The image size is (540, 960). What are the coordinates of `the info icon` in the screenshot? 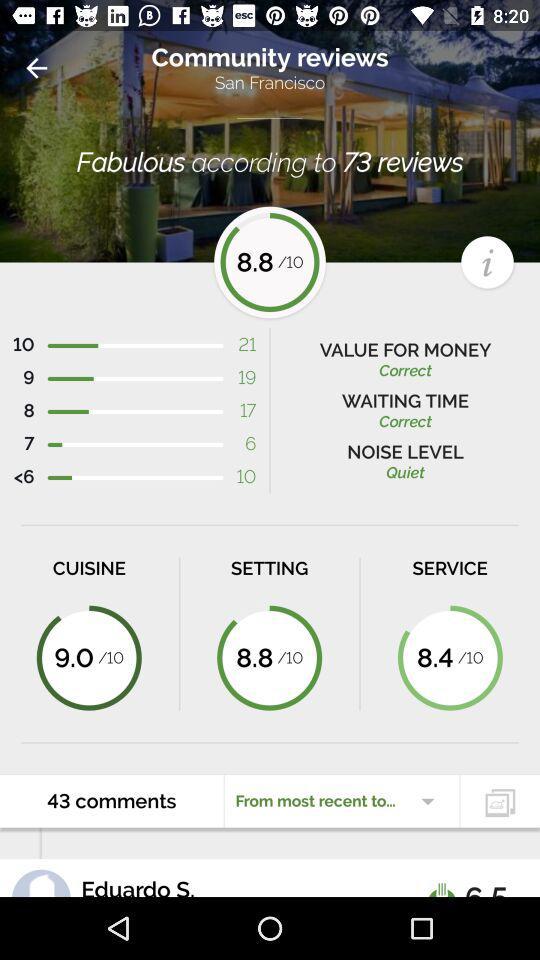 It's located at (486, 261).